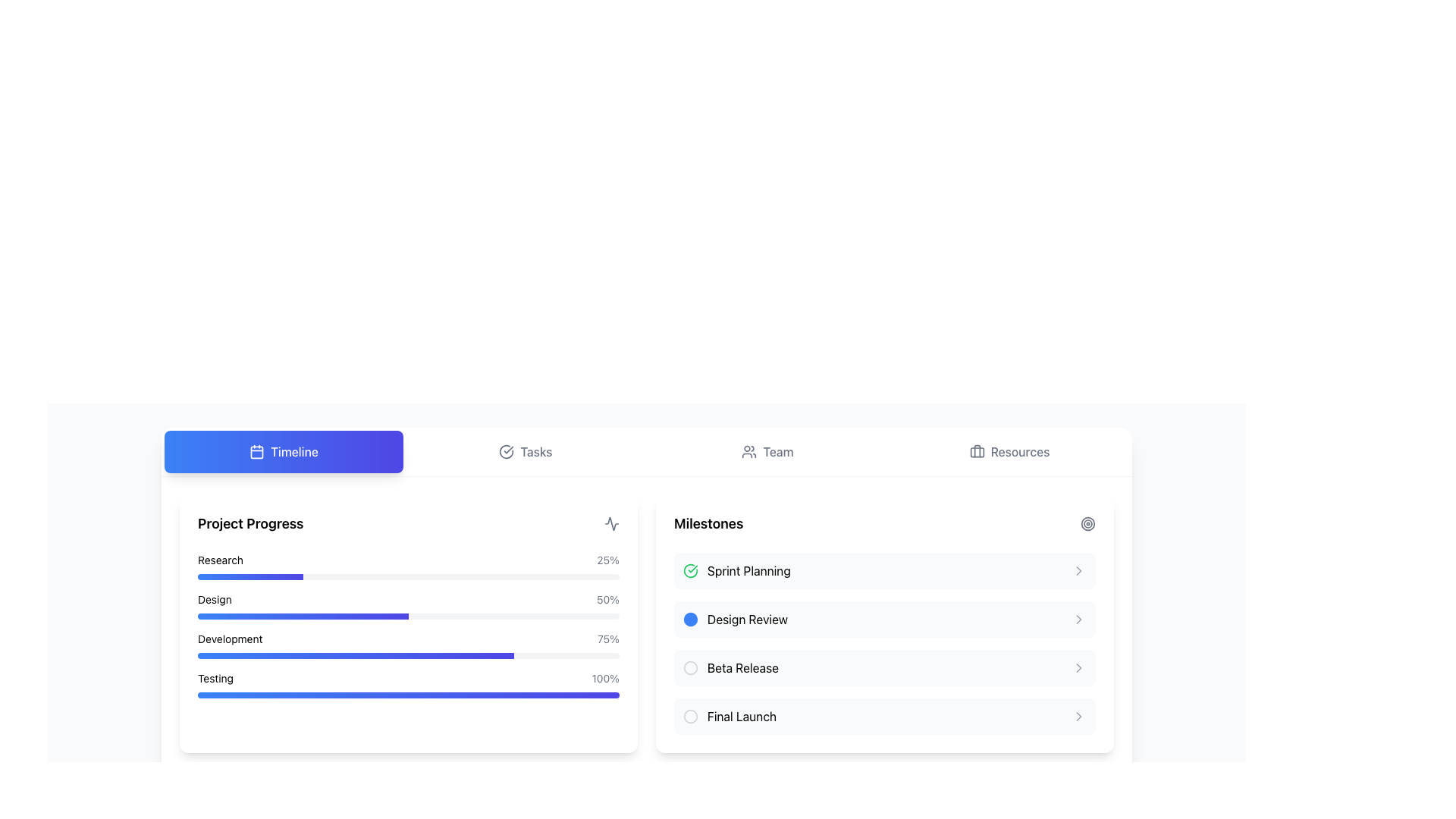 The image size is (1456, 819). Describe the element at coordinates (884, 570) in the screenshot. I see `the first list item labeled 'Sprint Planning' in the 'Milestones' section` at that location.